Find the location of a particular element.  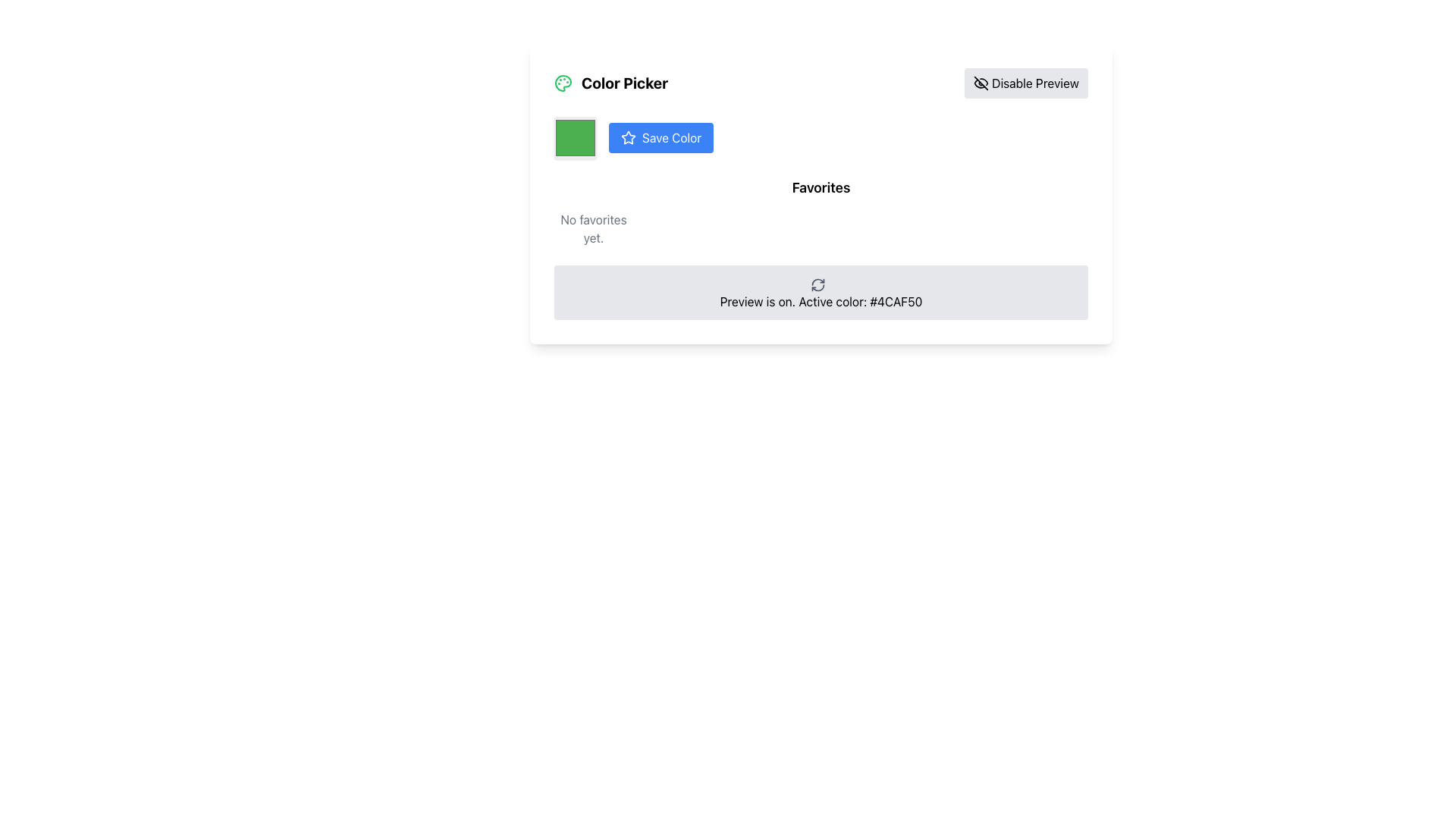

the eye-off icon within the 'Disable Preview' button, which is located in the top-right corner of the interface is located at coordinates (981, 83).